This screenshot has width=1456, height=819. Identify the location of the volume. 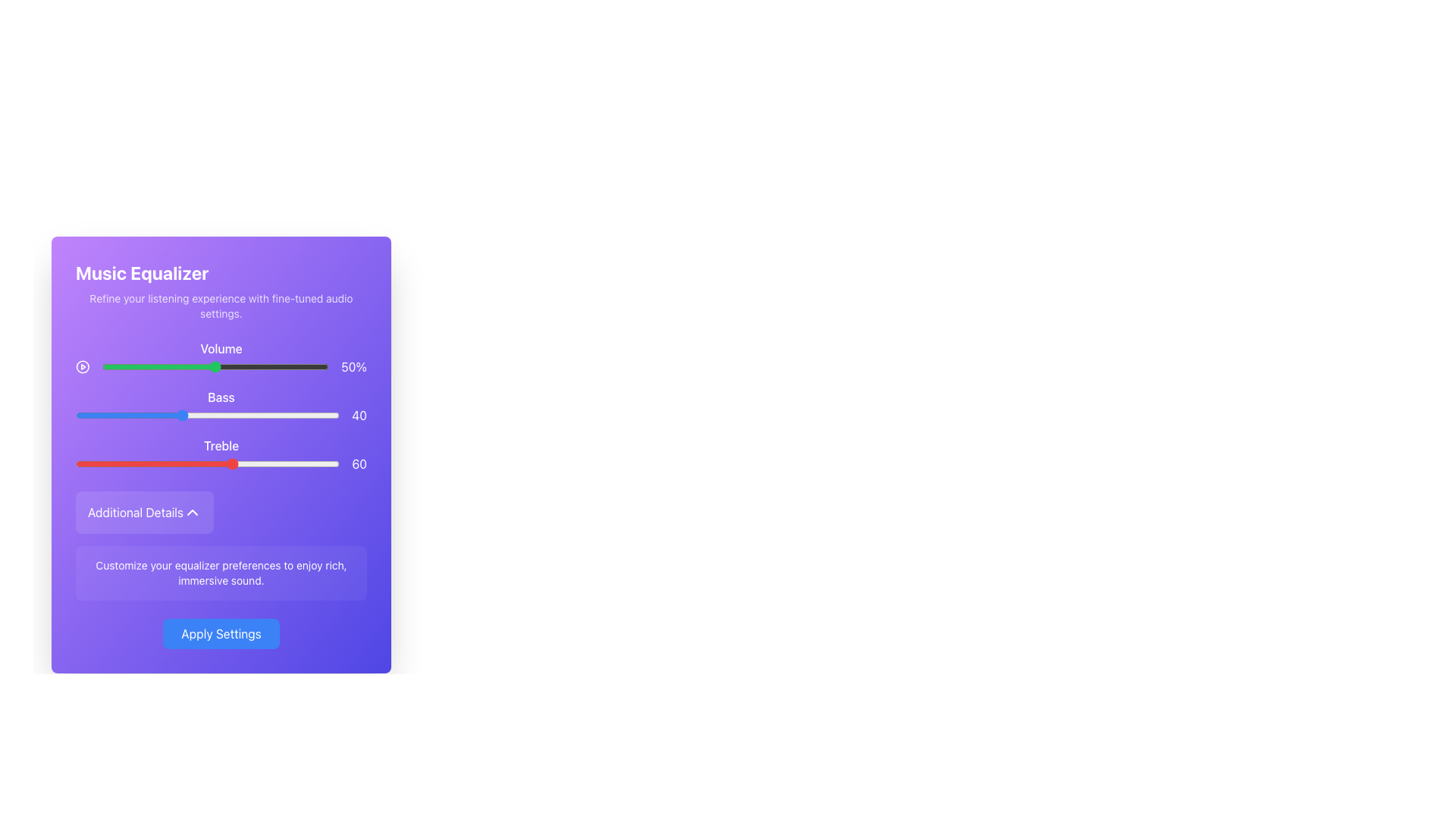
(170, 366).